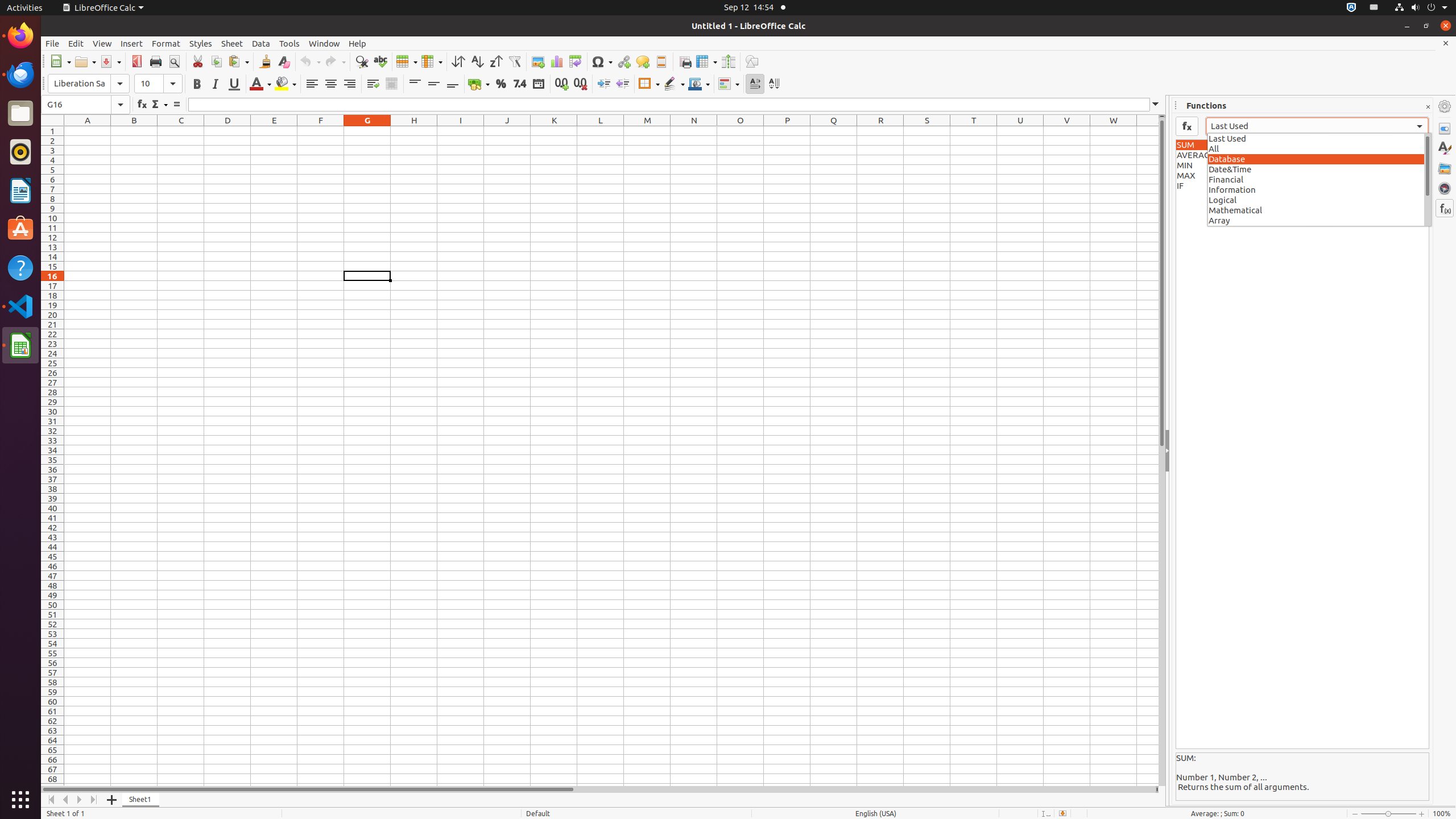 The height and width of the screenshot is (819, 1456). What do you see at coordinates (460, 130) in the screenshot?
I see `'I1'` at bounding box center [460, 130].